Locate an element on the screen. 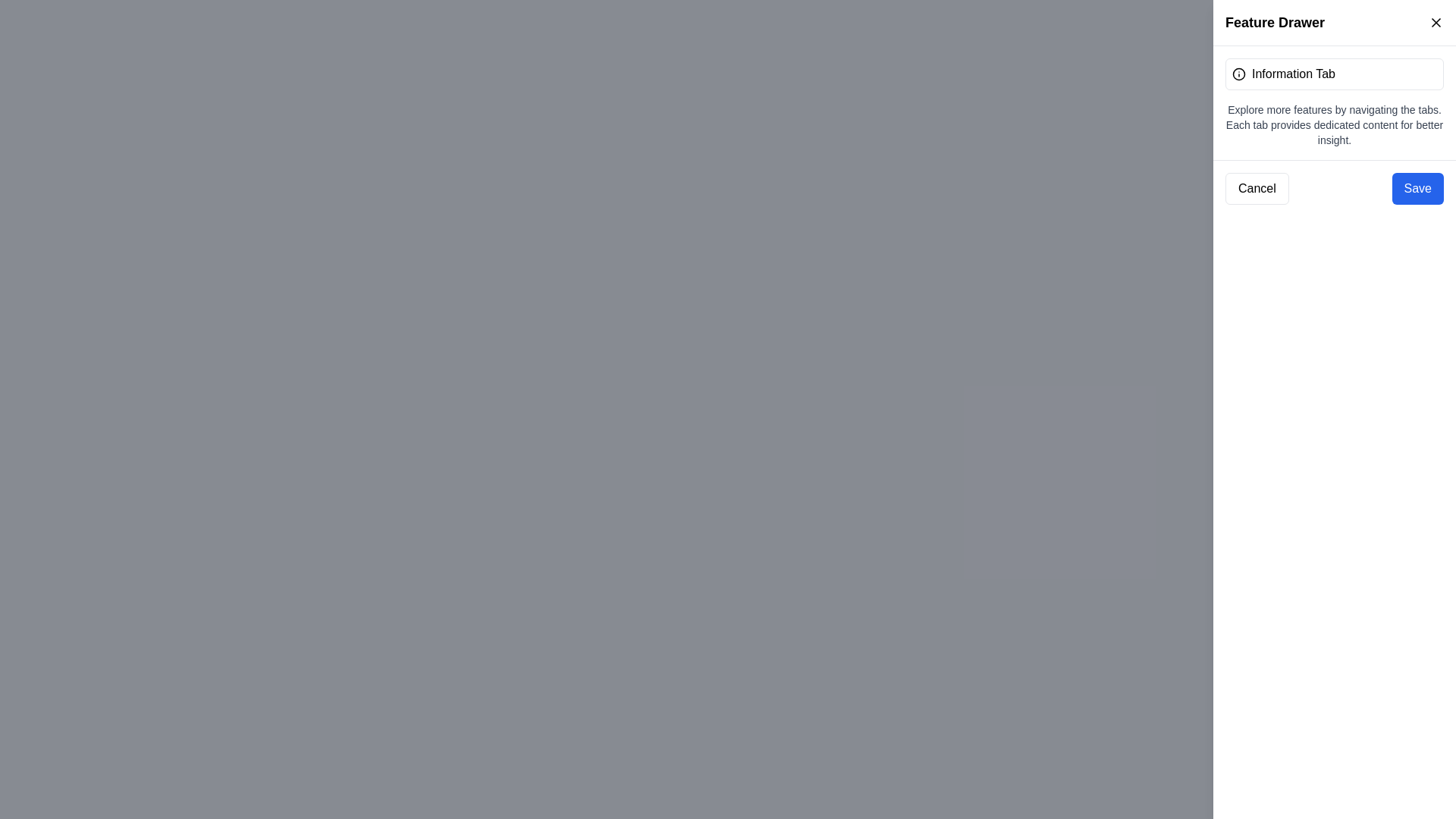 The height and width of the screenshot is (819, 1456). the close button located in the top-right corner of the 'Feature Drawer' panel is located at coordinates (1436, 23).